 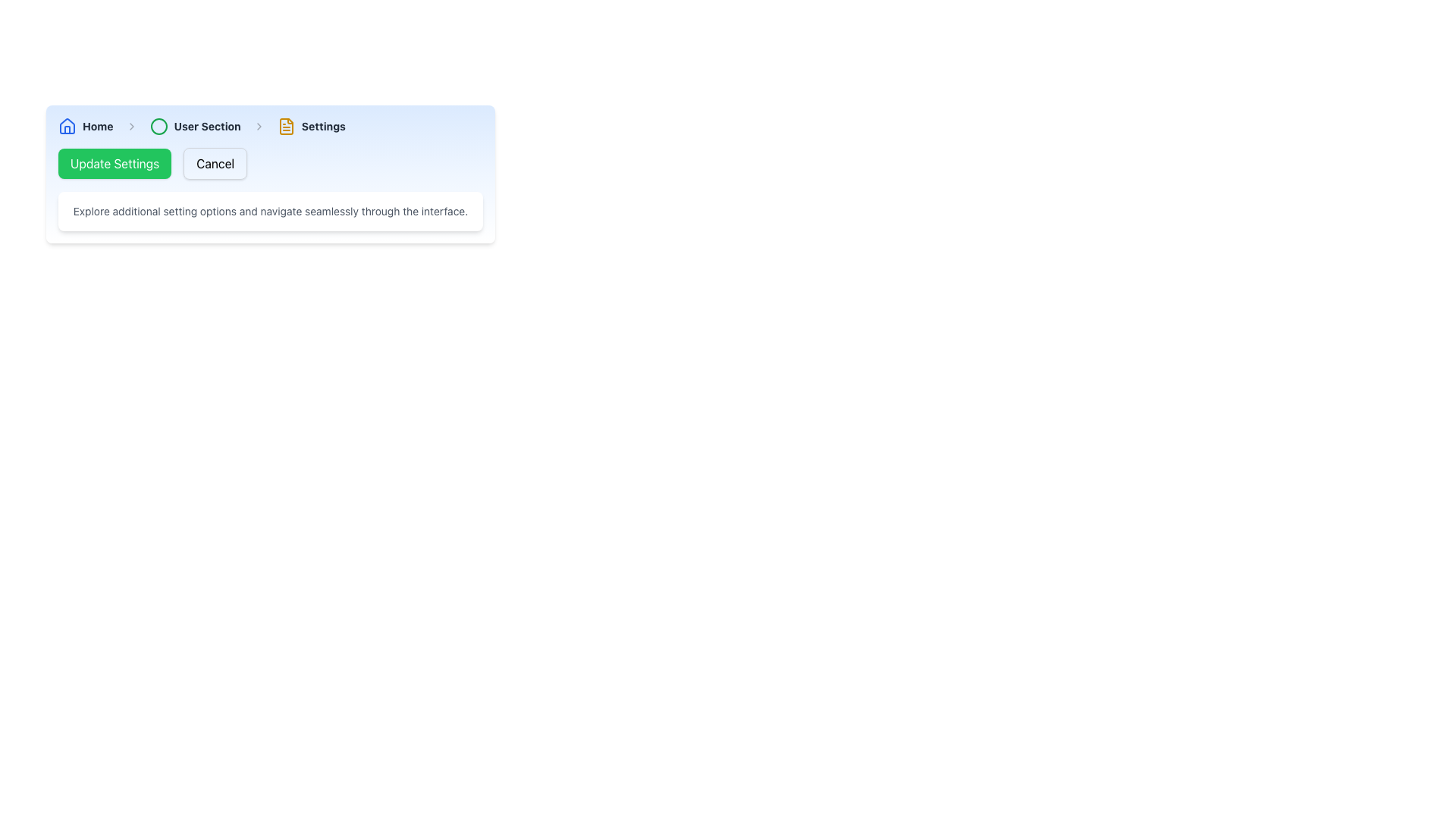 What do you see at coordinates (215, 164) in the screenshot?
I see `the 'Cancel' button, which is styled with a border, rounded corners, and a gray background, located to the right of the 'Update Settings' button in the middle-top region of the interface` at bounding box center [215, 164].